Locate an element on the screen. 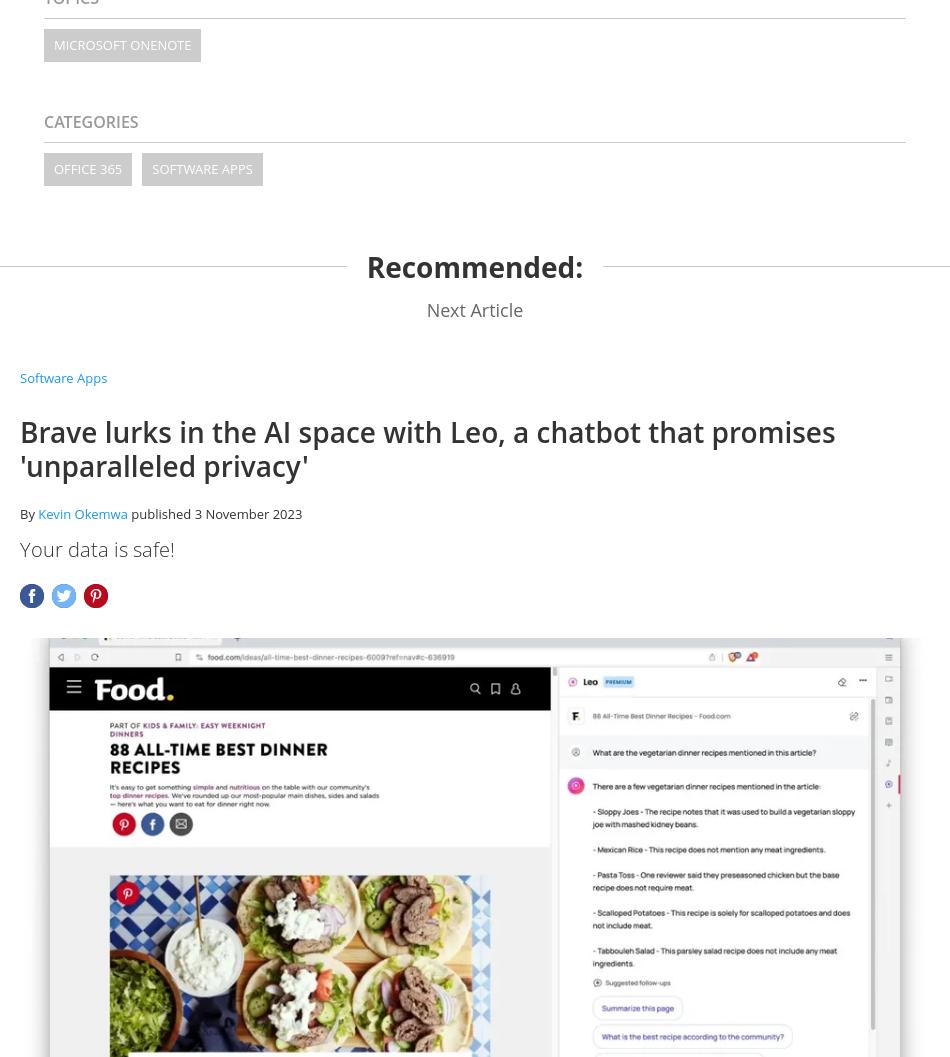 The height and width of the screenshot is (1057, 950). 'Your data is safe!' is located at coordinates (97, 547).